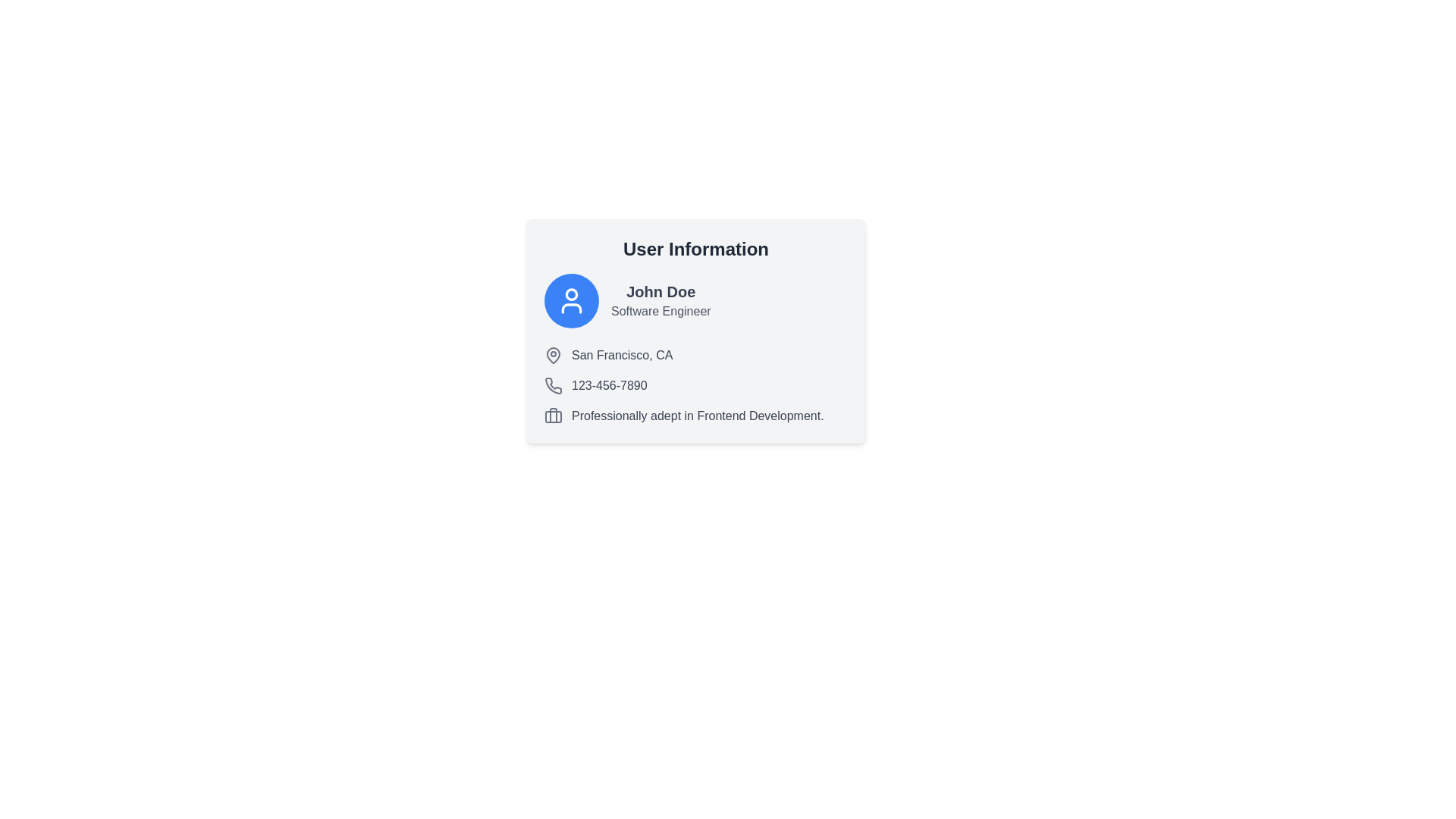 The image size is (1456, 819). What do you see at coordinates (552, 416) in the screenshot?
I see `the icon that symbolizes professional experience, located to the left of the text 'Professionally adept in Frontend Development'` at bounding box center [552, 416].